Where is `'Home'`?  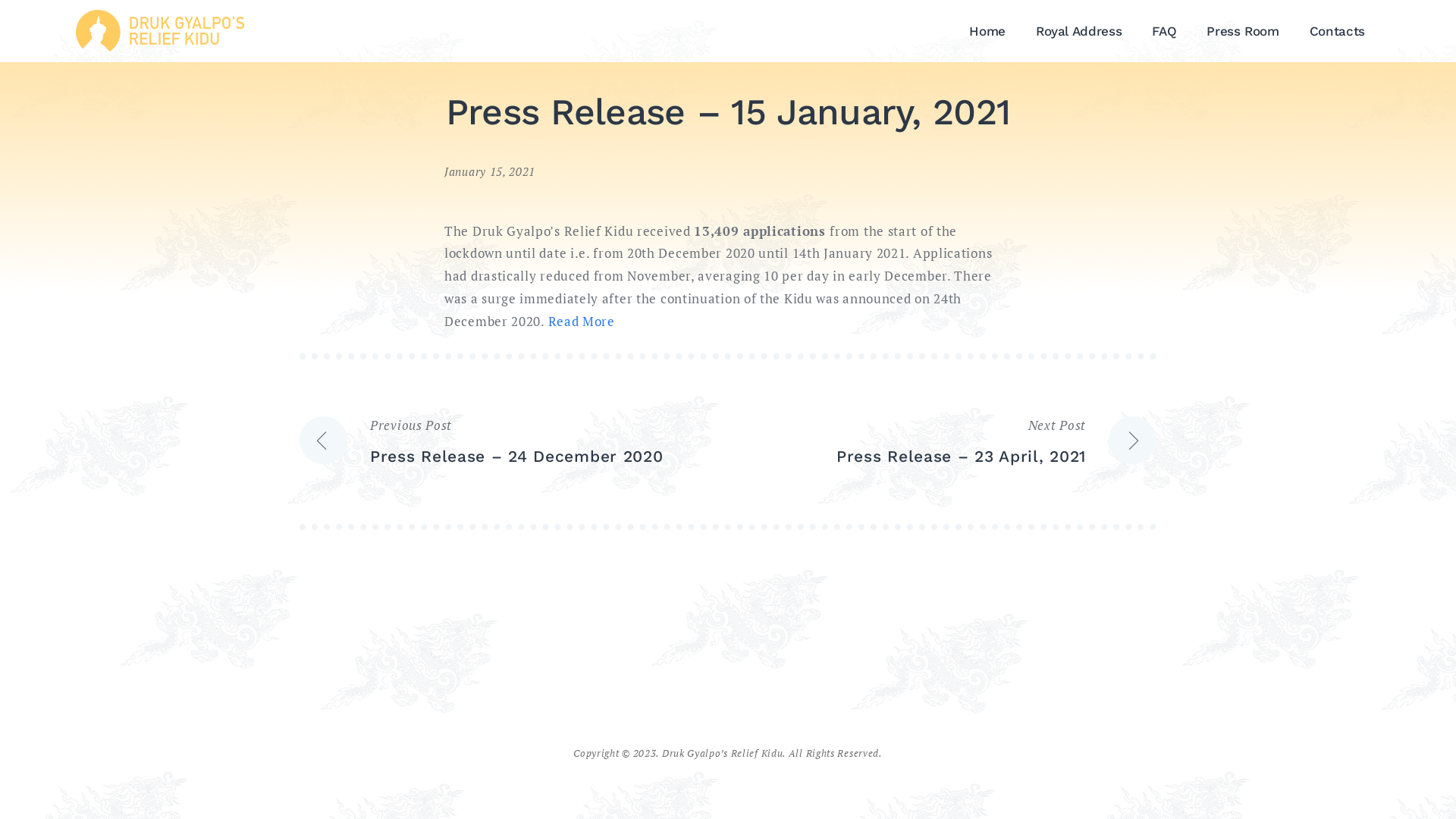
'Home' is located at coordinates (987, 31).